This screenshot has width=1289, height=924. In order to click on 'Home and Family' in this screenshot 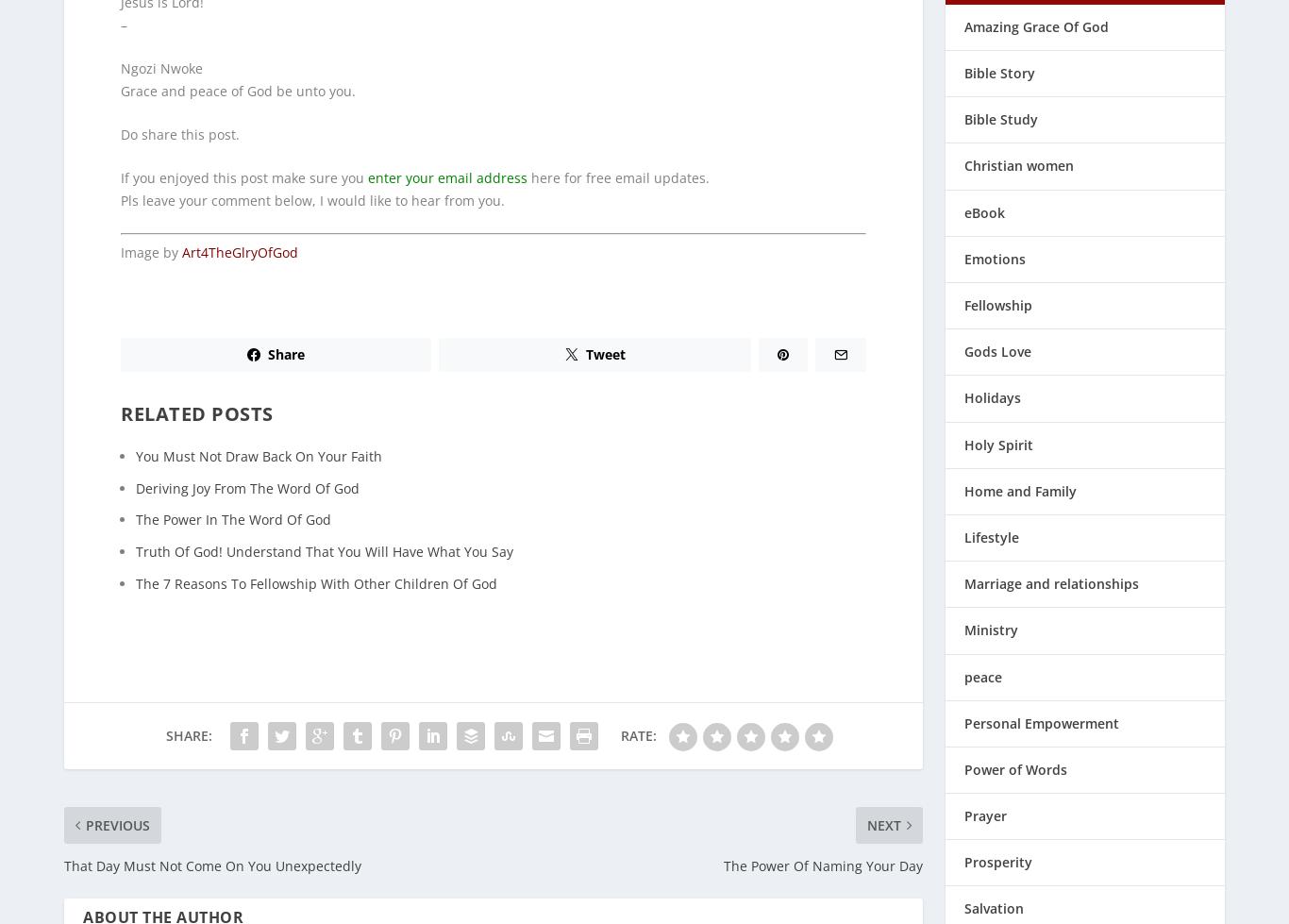, I will do `click(1019, 478)`.